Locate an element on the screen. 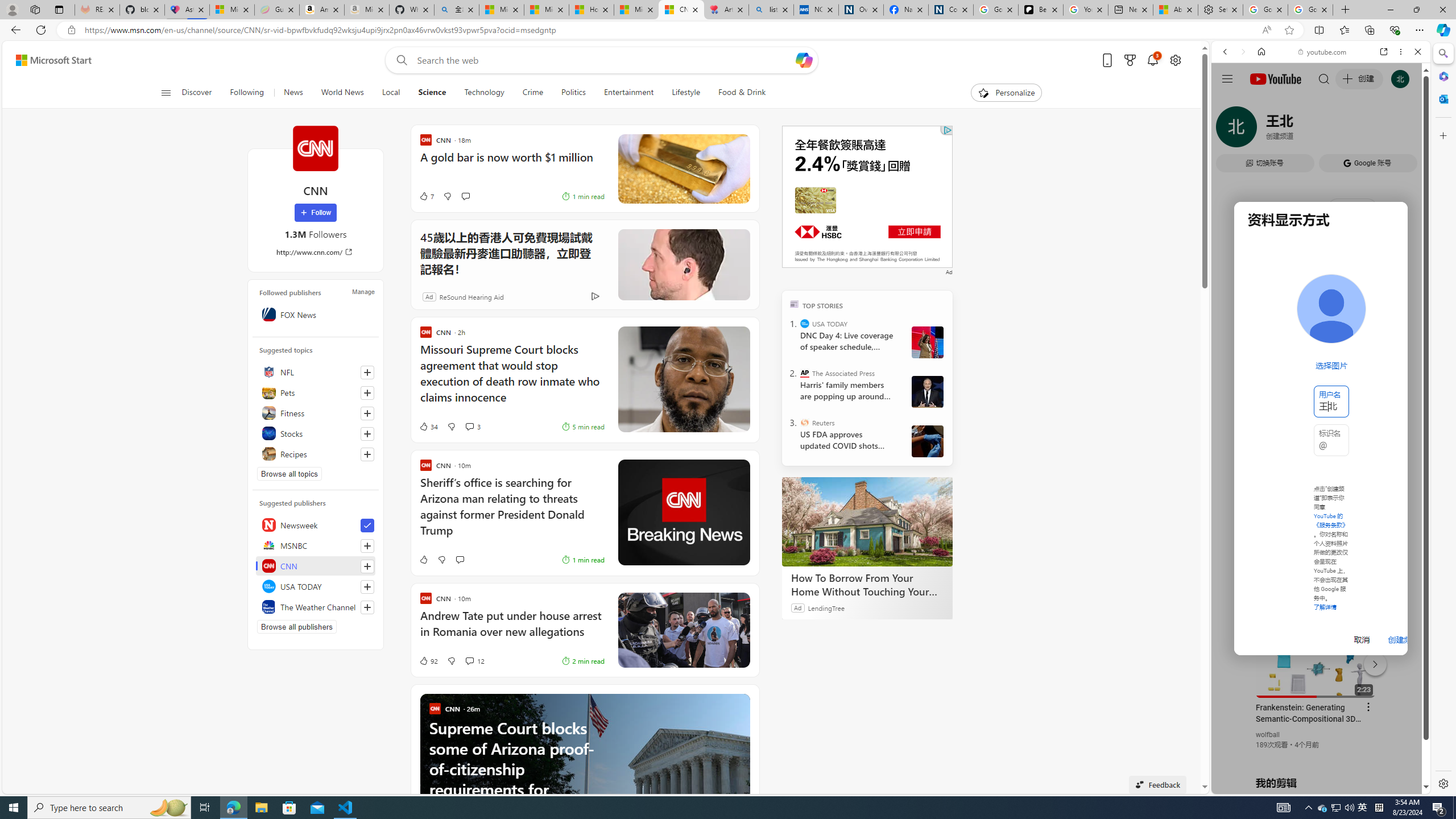 This screenshot has height=819, width=1456. 'Trailer #2 [HD]' is located at coordinates (1319, 336).